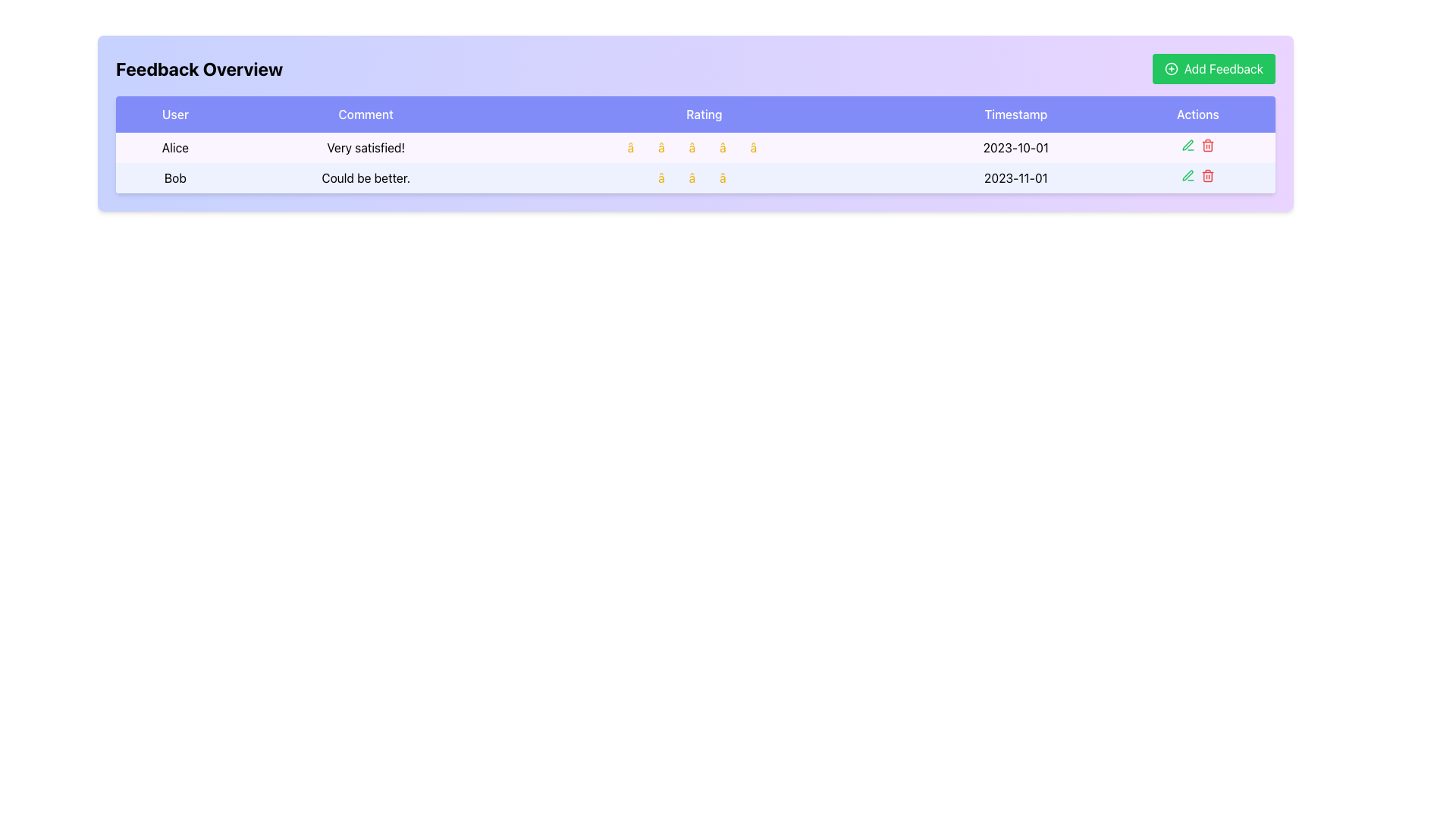 The width and height of the screenshot is (1456, 819). Describe the element at coordinates (703, 113) in the screenshot. I see `the 'Rating' text header, which is a rectangular element with centered white text on a blue background, positioned in a table layout as the third header among five` at that location.